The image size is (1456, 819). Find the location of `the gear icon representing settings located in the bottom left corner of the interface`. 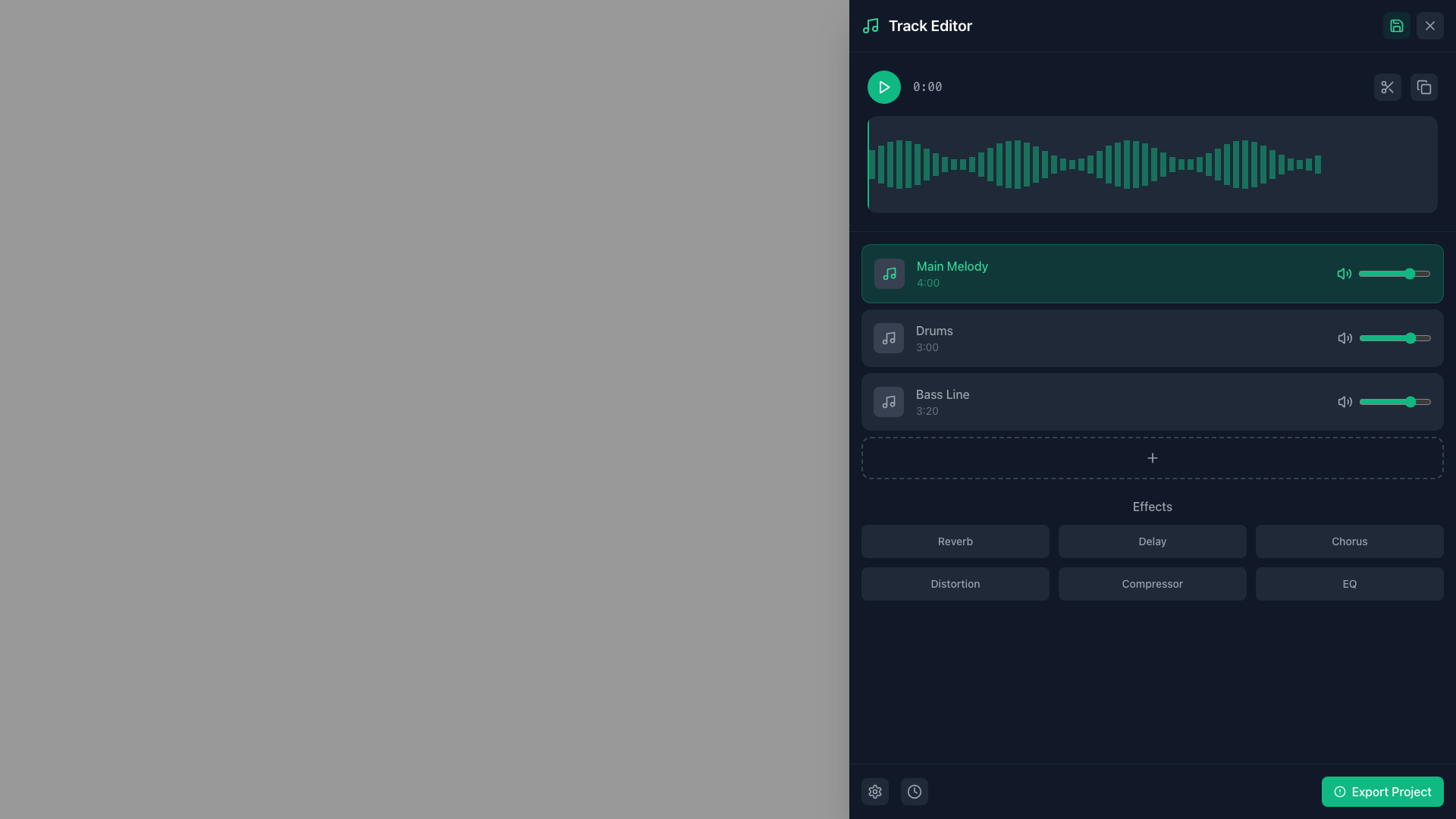

the gear icon representing settings located in the bottom left corner of the interface is located at coordinates (874, 791).